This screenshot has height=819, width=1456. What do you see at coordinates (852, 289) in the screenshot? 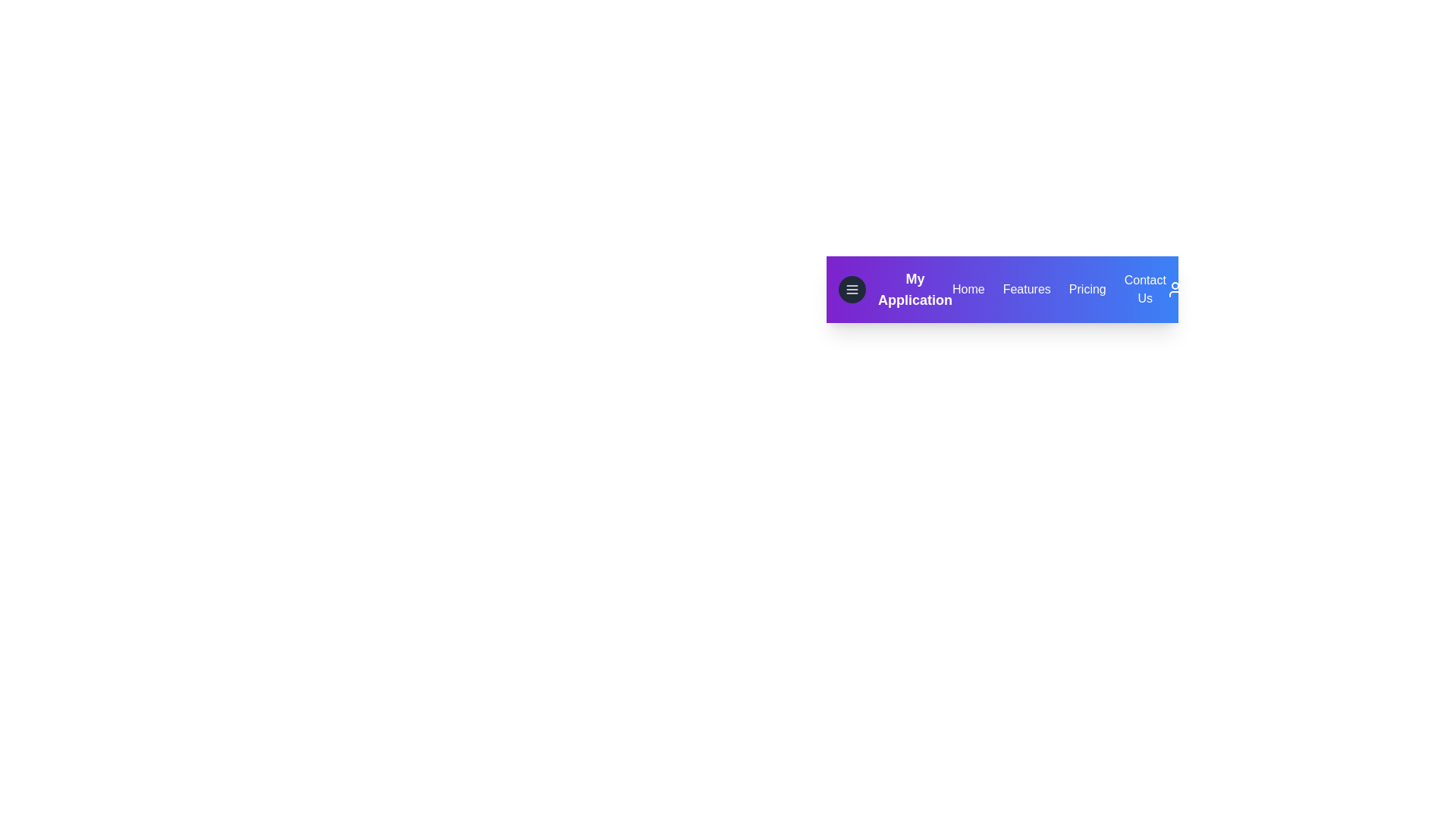
I see `the menu icon to open the menu` at bounding box center [852, 289].